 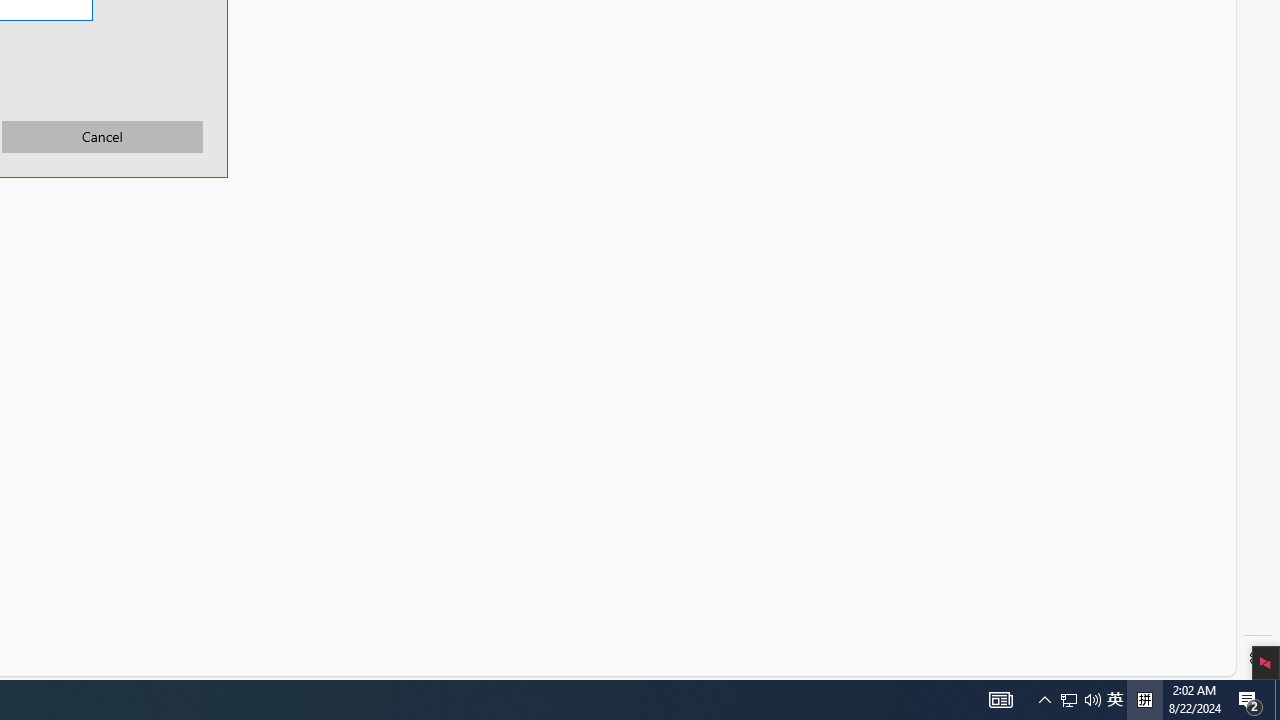 I want to click on 'Cancel', so click(x=102, y=135).